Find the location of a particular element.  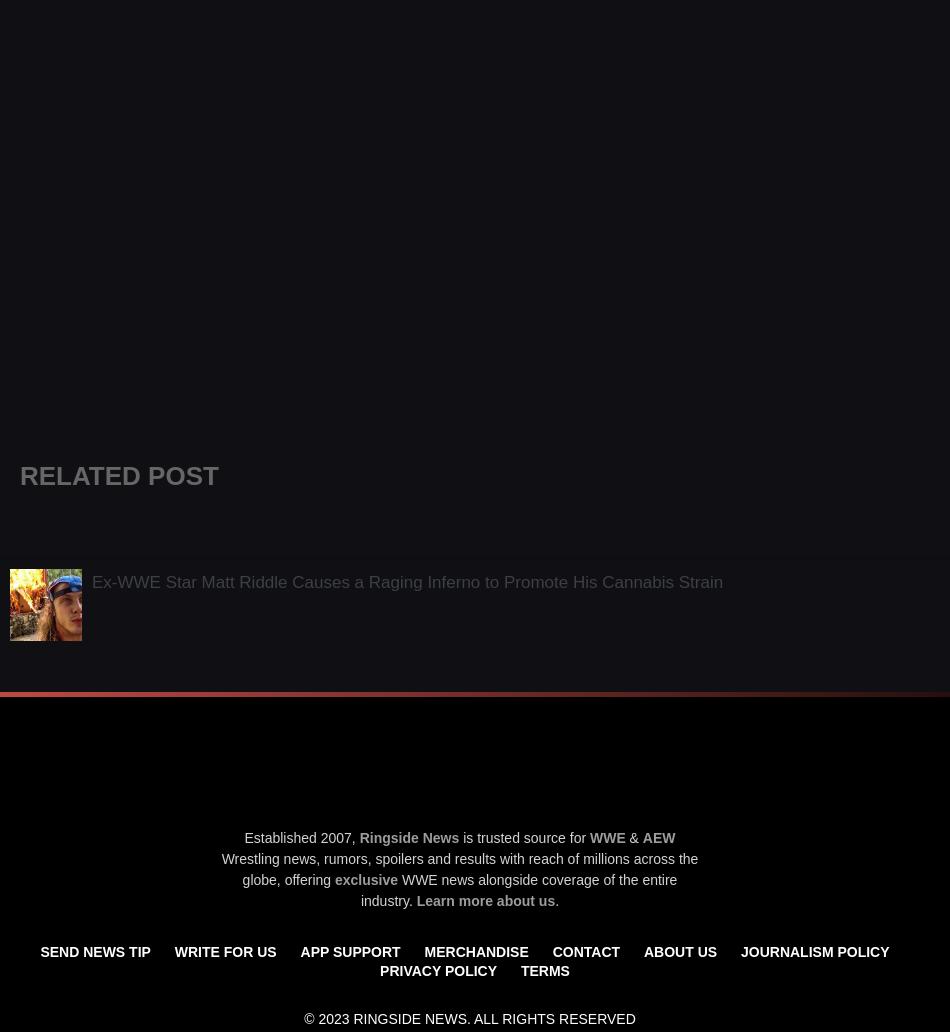

'Learn more about us' is located at coordinates (485, 900).